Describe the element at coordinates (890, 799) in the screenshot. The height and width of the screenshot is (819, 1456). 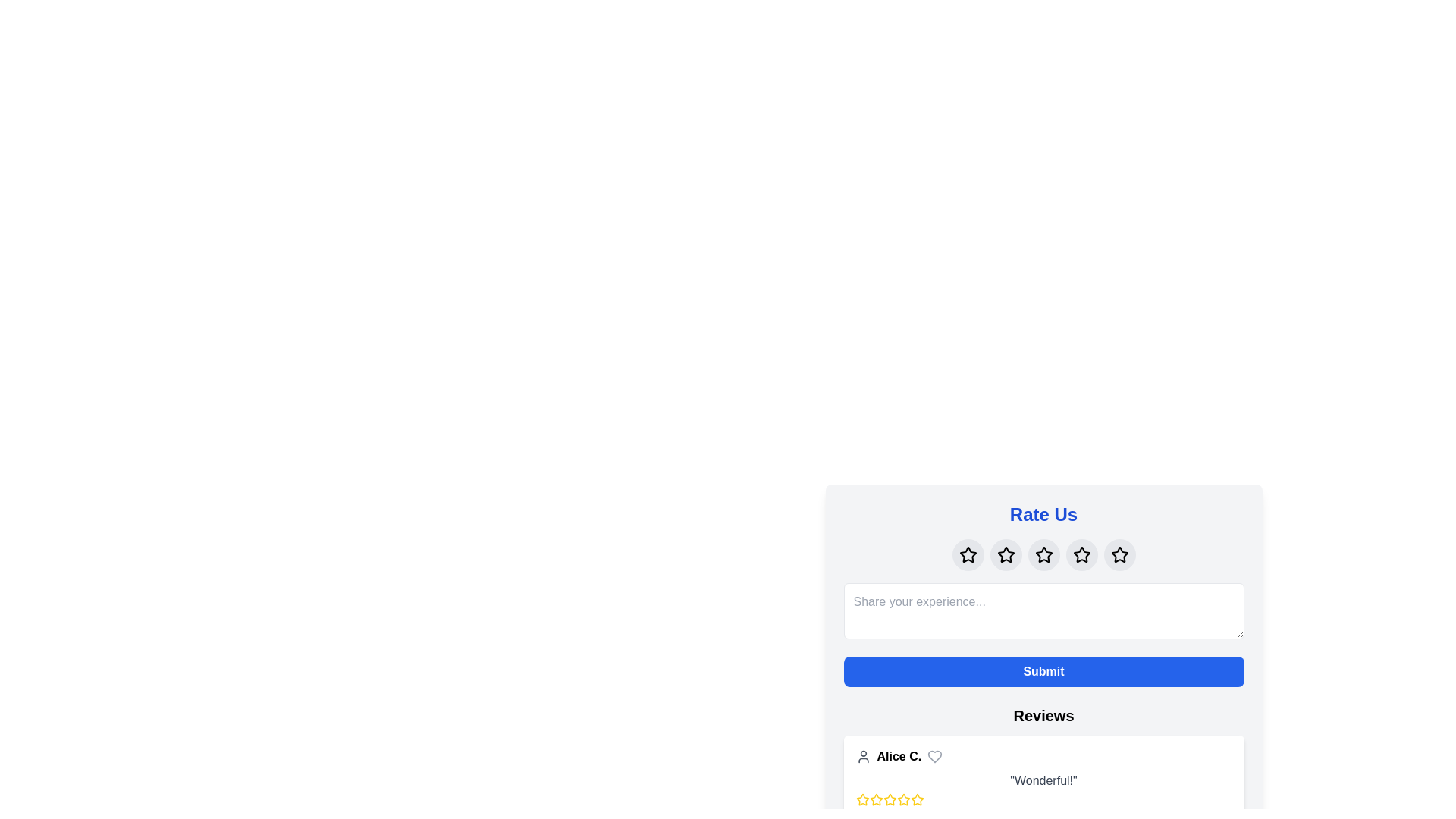
I see `the first star icon representing a one-star rating for the review by 'Alice C.' to interact and possibly alter the rating` at that location.